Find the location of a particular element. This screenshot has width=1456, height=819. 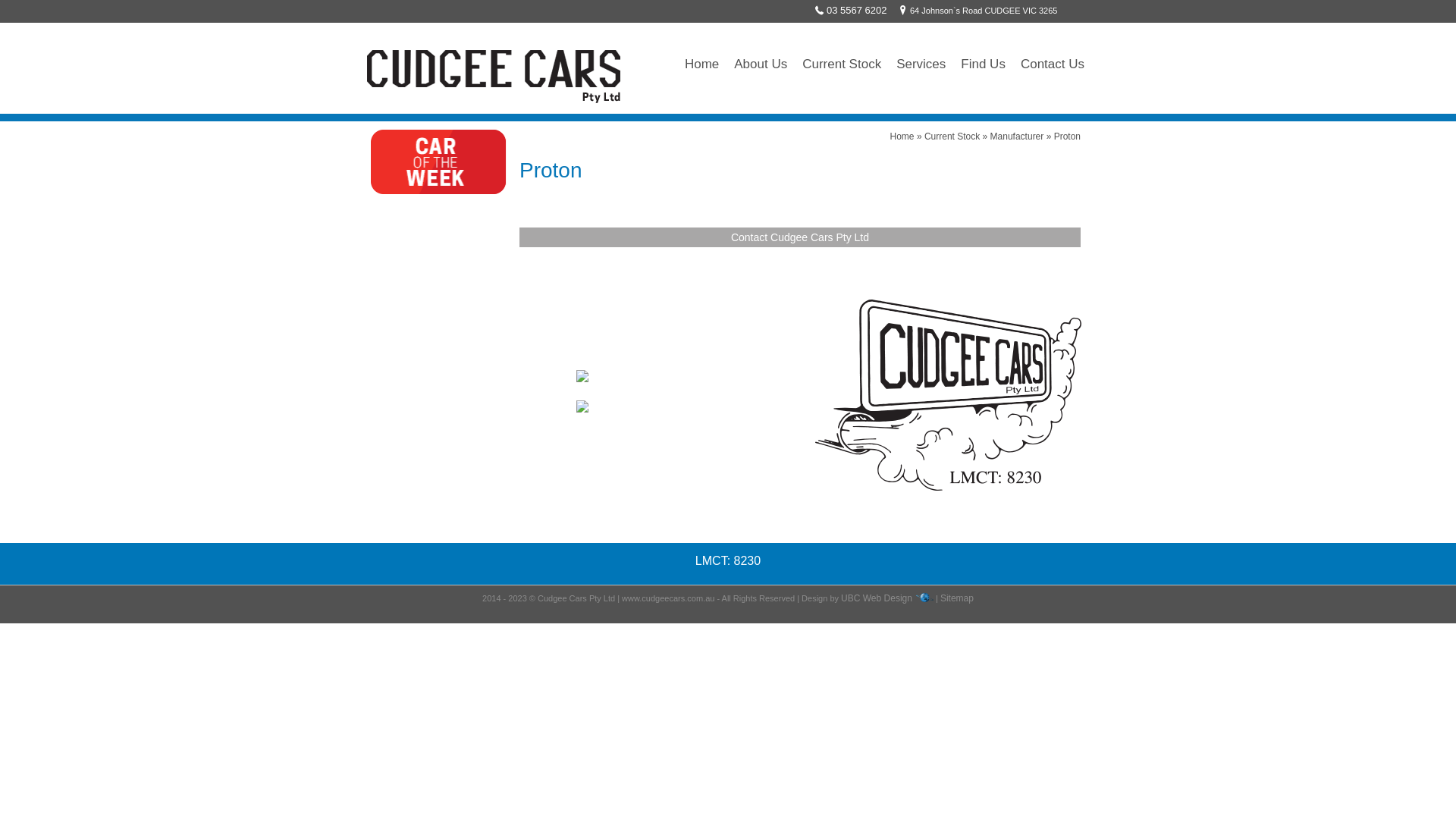

'Contact Us' is located at coordinates (1012, 63).